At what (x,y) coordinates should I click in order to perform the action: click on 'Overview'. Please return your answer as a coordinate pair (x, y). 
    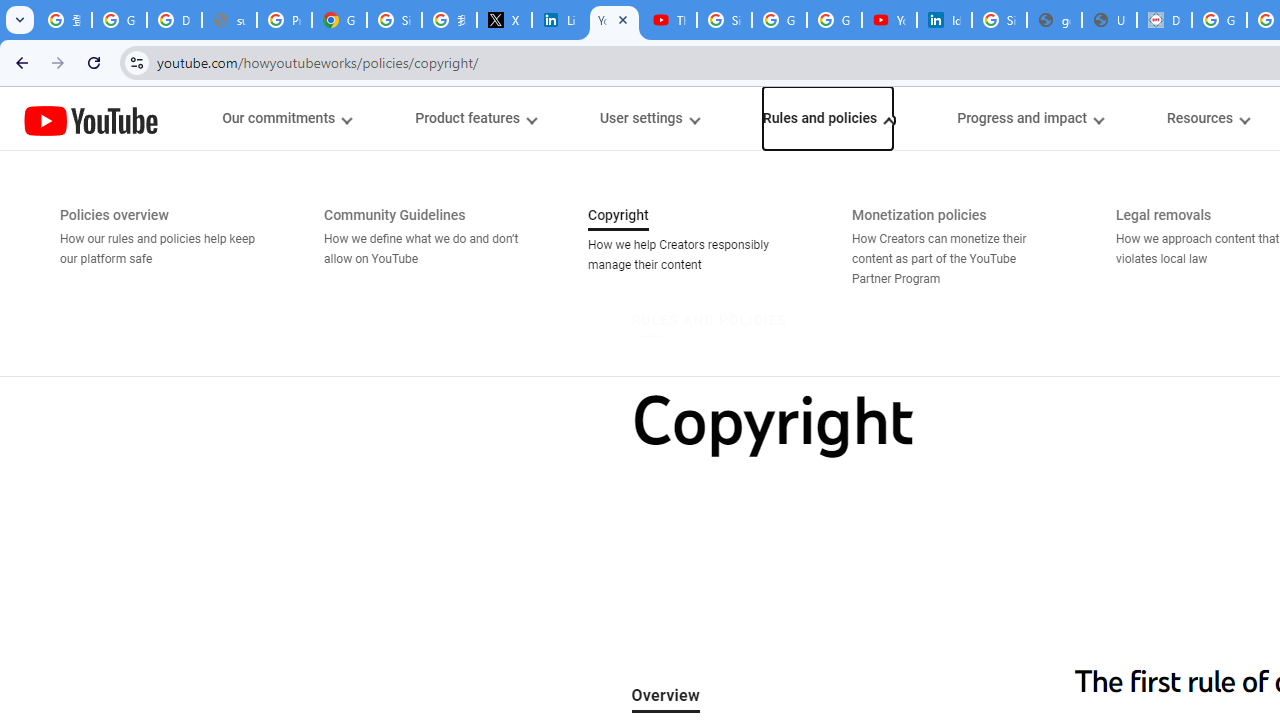
    Looking at the image, I should click on (665, 696).